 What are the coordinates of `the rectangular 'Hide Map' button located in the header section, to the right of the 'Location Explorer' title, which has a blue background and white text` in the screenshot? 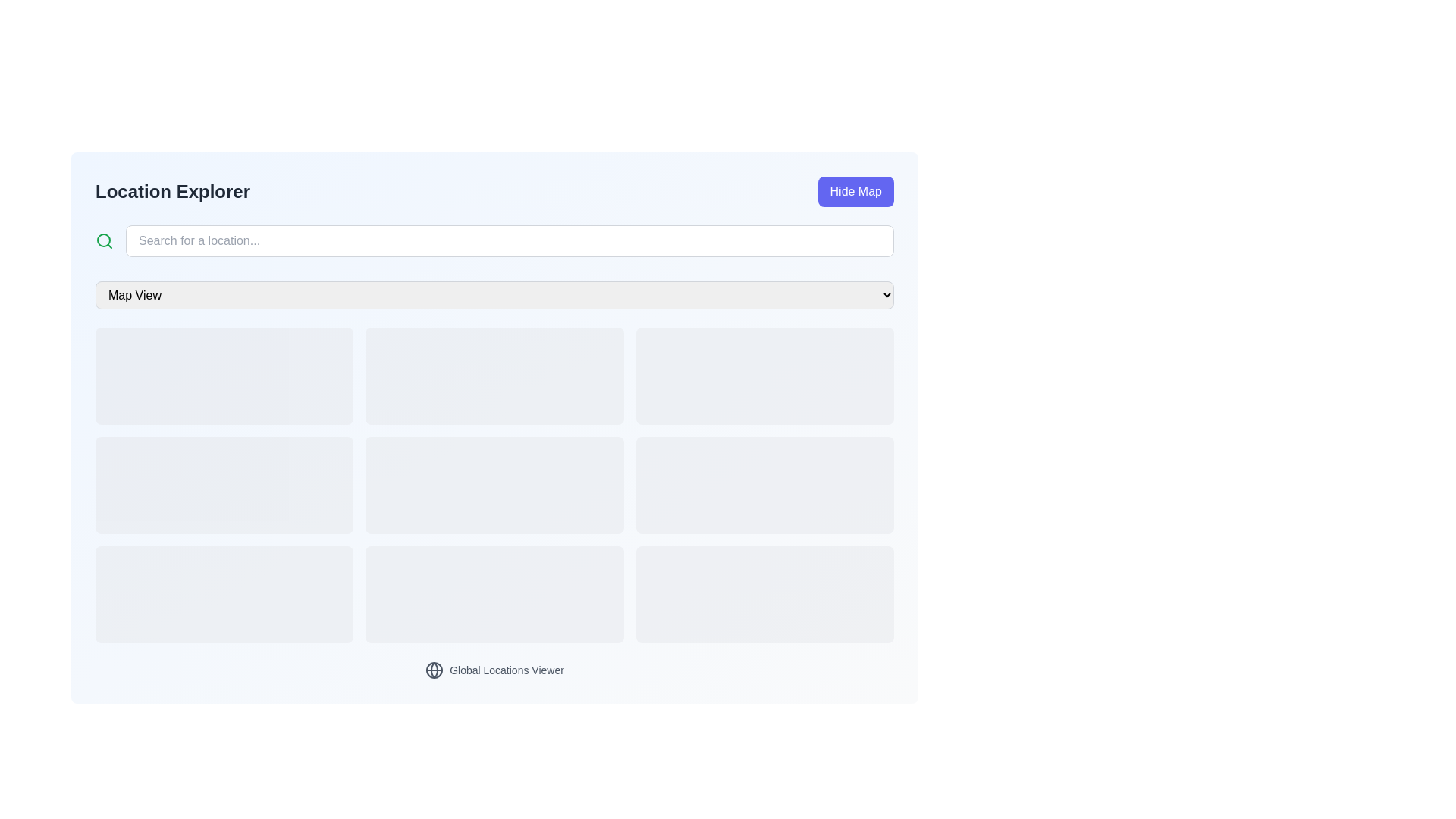 It's located at (855, 191).